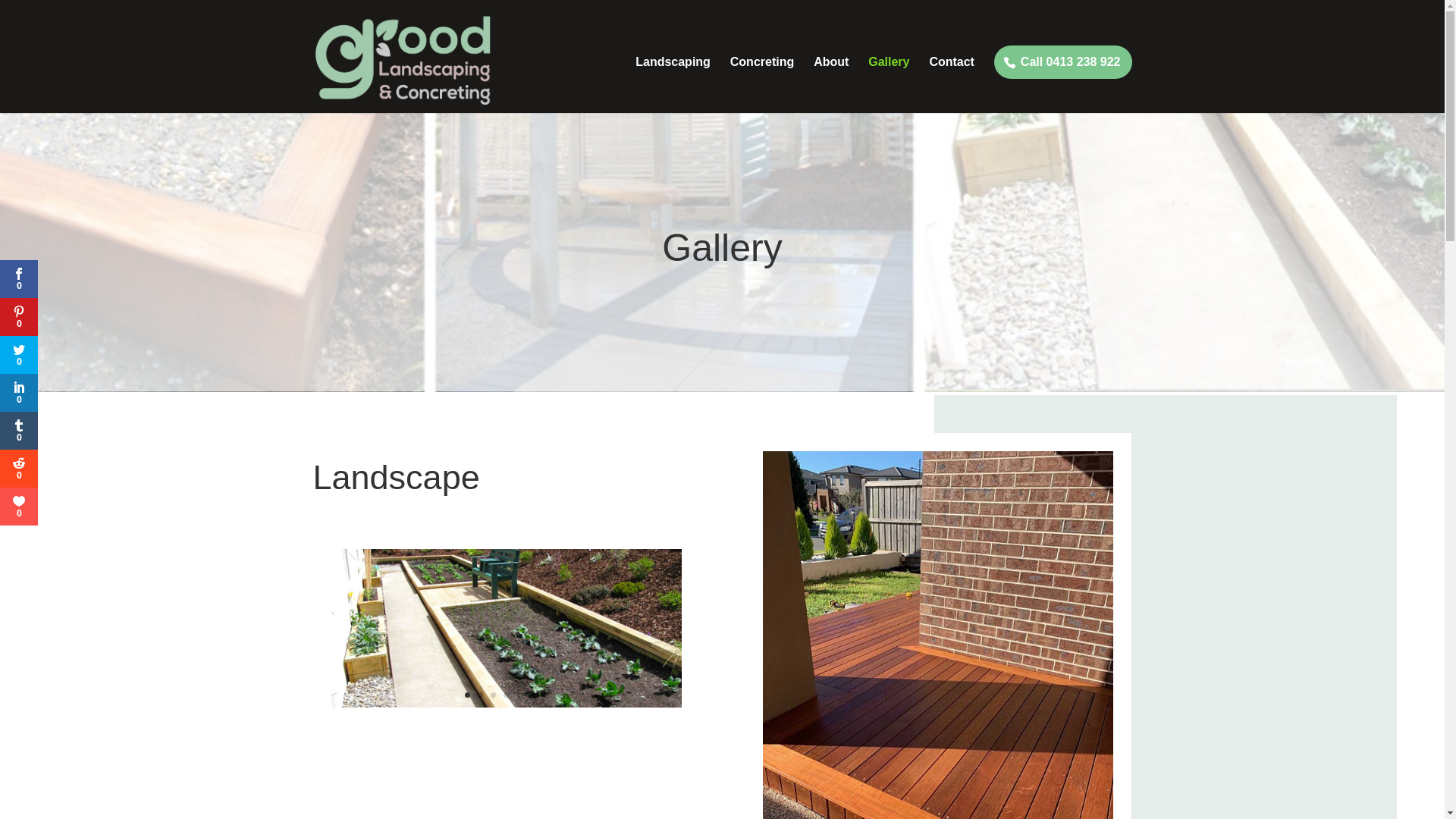  I want to click on 'Gallery', so click(888, 84).